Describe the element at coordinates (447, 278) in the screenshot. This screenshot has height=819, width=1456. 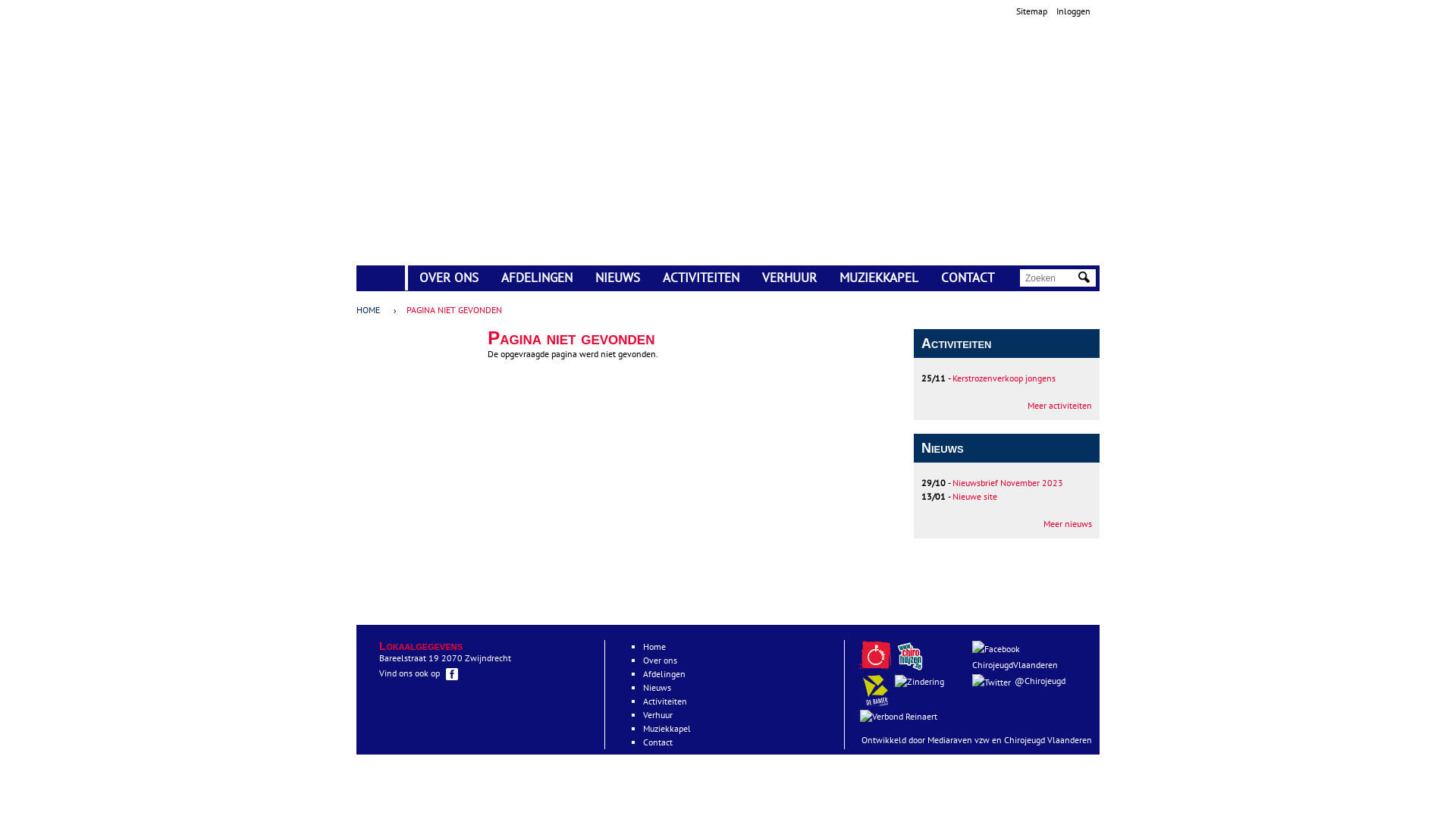
I see `'OVER ONS'` at that location.